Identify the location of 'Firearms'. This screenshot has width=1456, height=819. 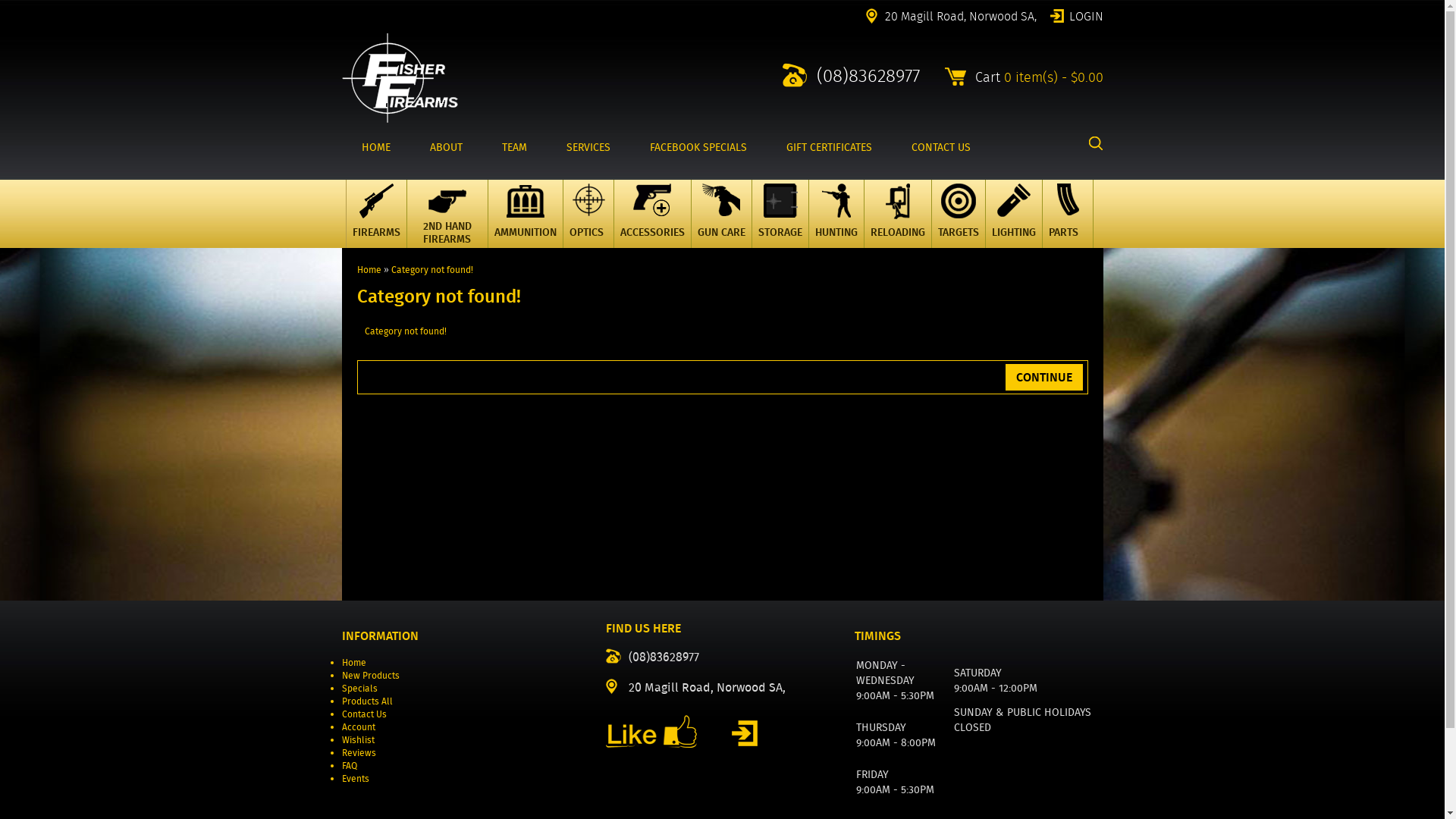
(375, 223).